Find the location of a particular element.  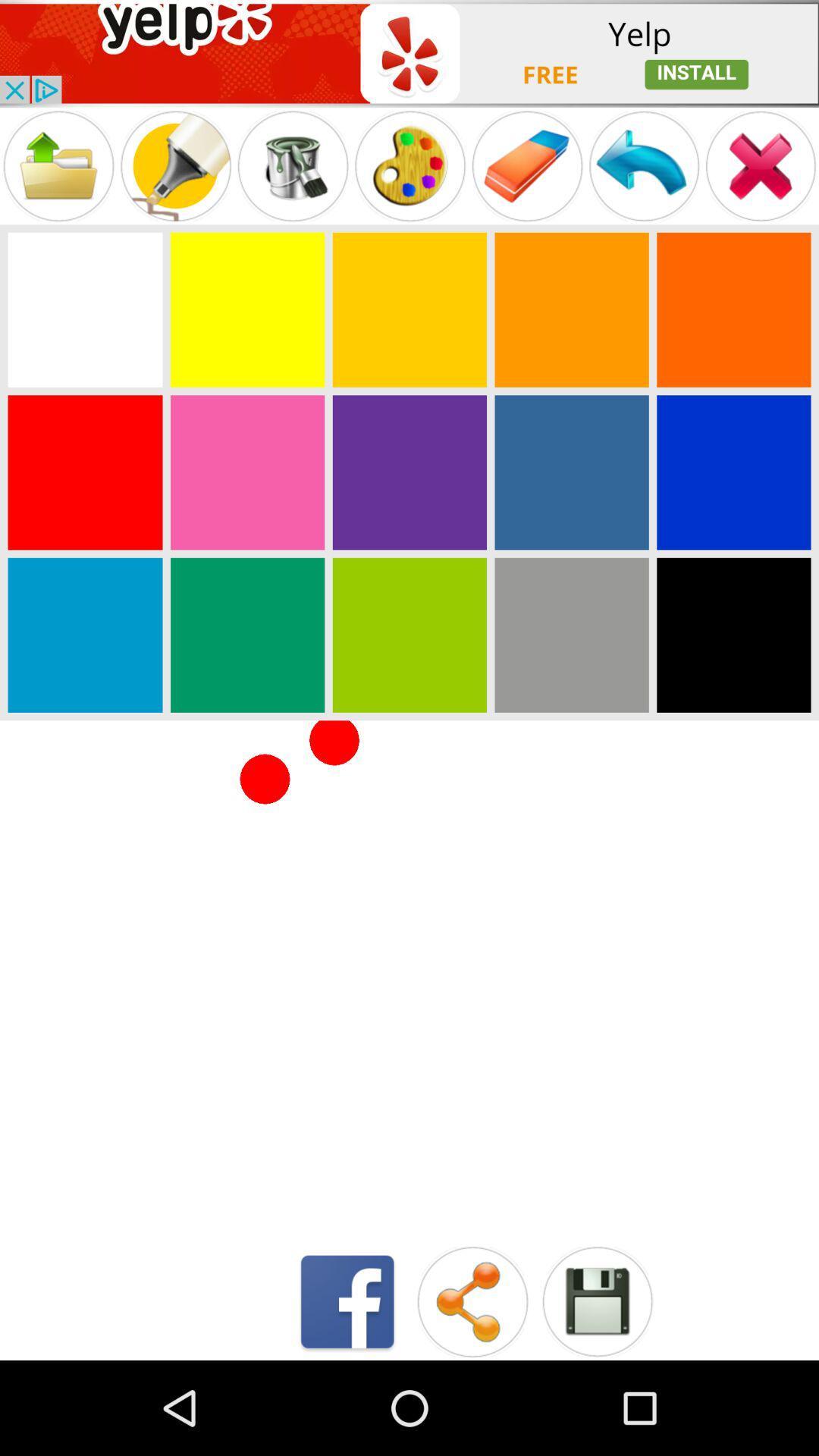

yellow is located at coordinates (246, 309).